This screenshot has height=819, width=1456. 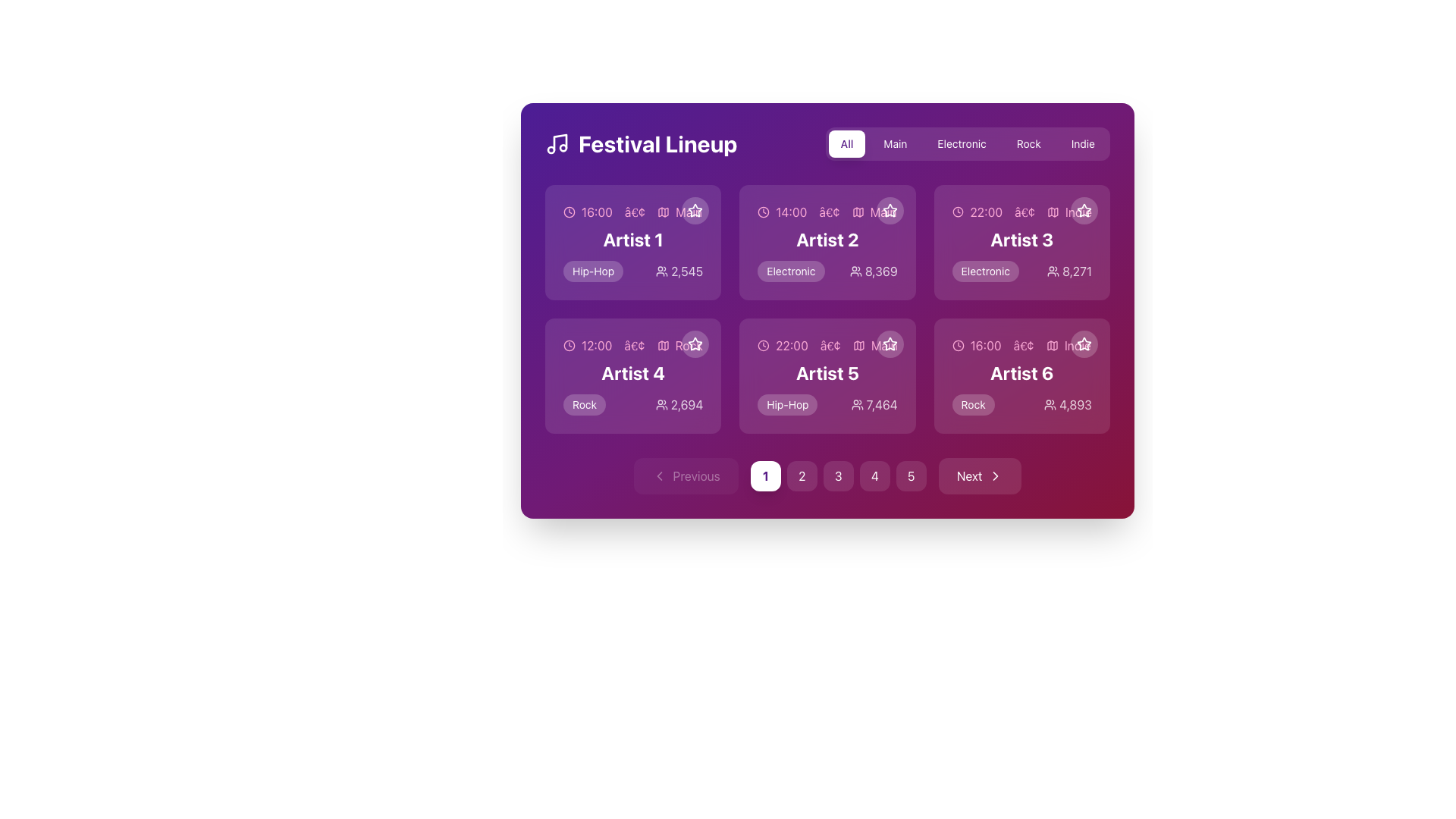 What do you see at coordinates (633, 242) in the screenshot?
I see `the Card element displaying performance information located at the top-left corner of the grid, which includes artist name, genre tag, and listener indicator for further interactions` at bounding box center [633, 242].